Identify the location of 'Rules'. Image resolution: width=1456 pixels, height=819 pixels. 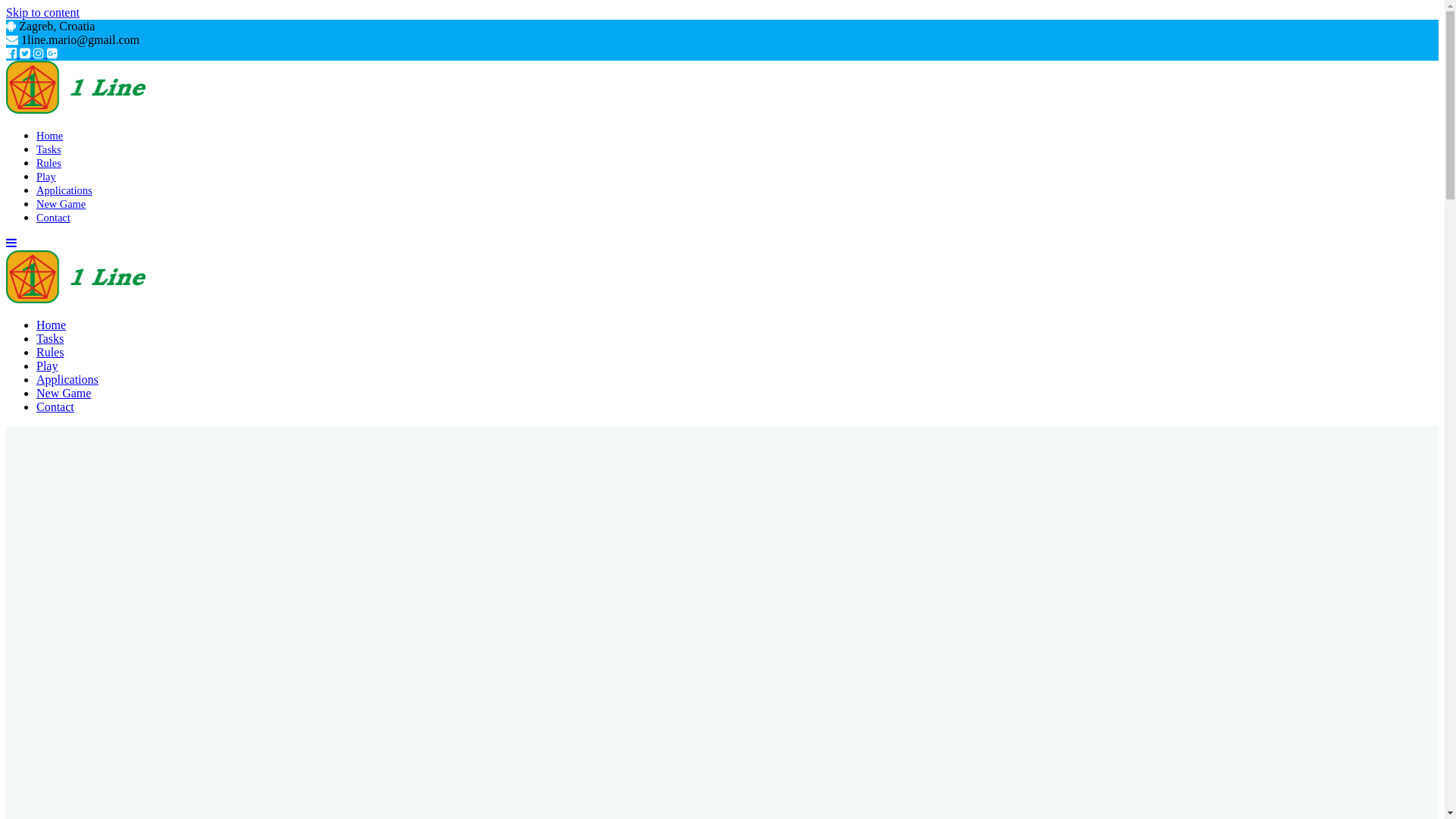
(50, 352).